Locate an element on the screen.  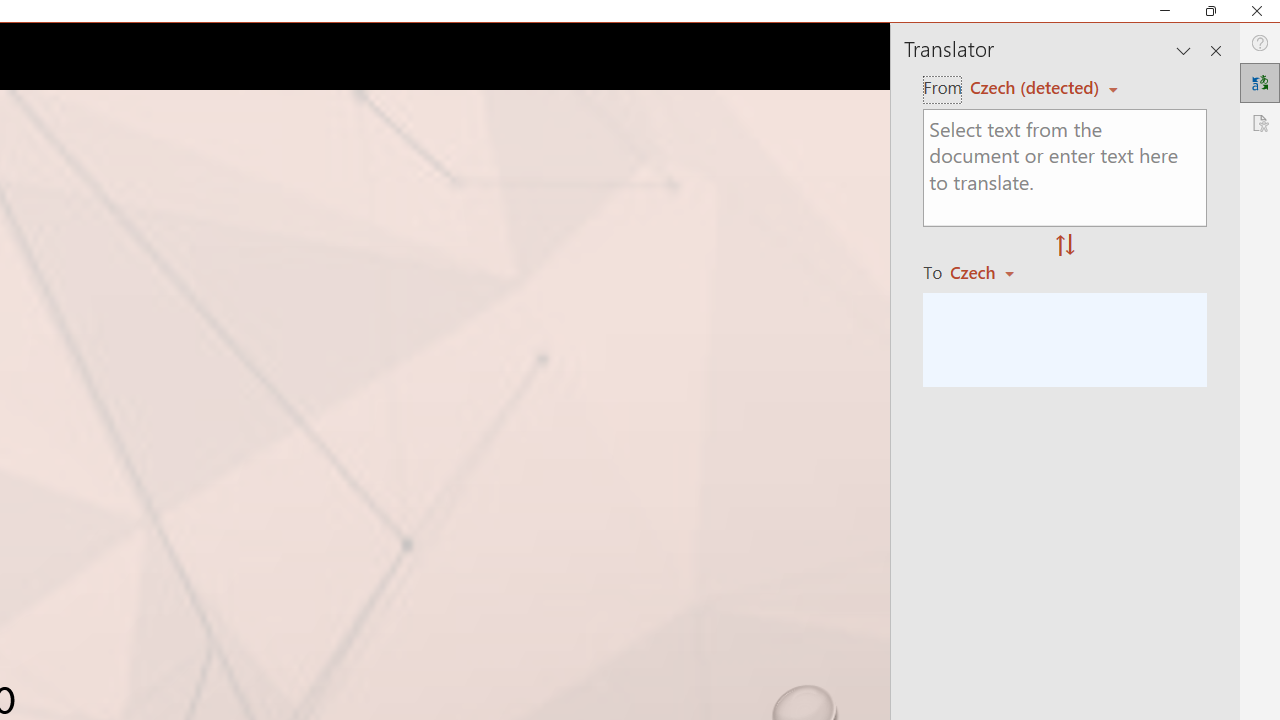
'Swap "from" and "to" languages.' is located at coordinates (1064, 244).